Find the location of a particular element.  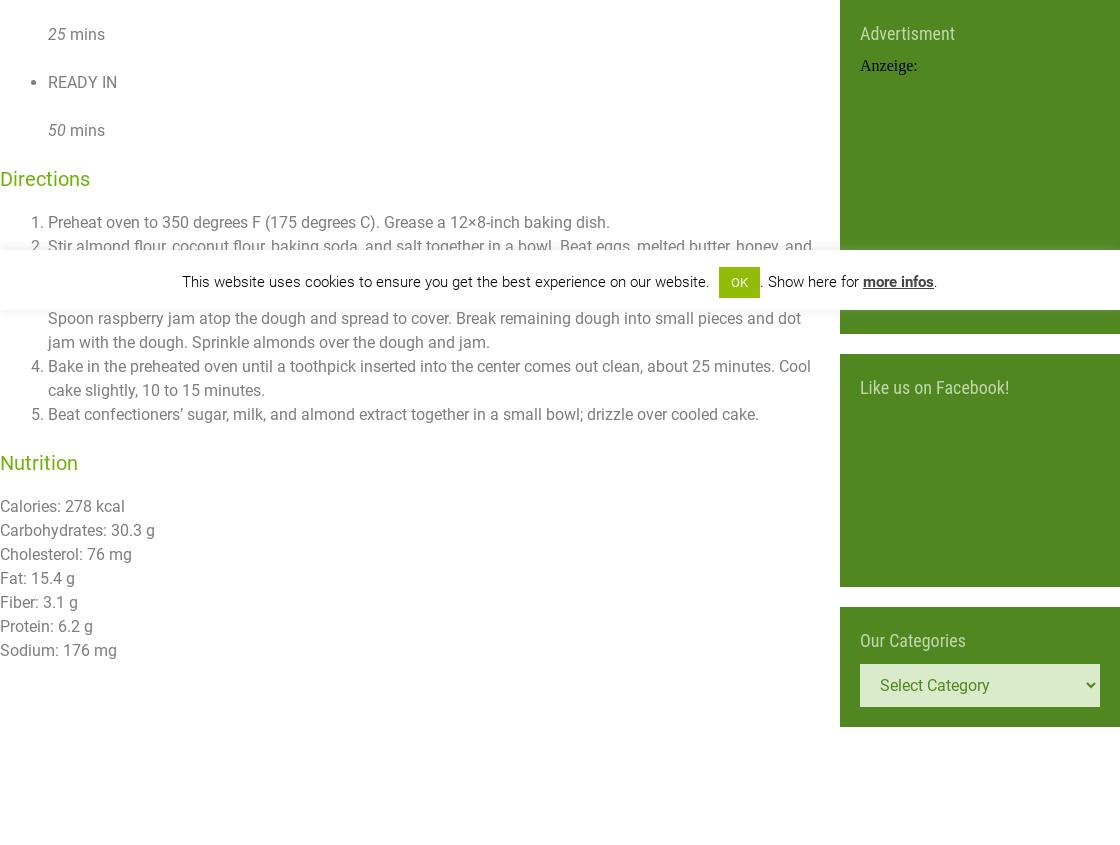

'kcal' is located at coordinates (108, 506).